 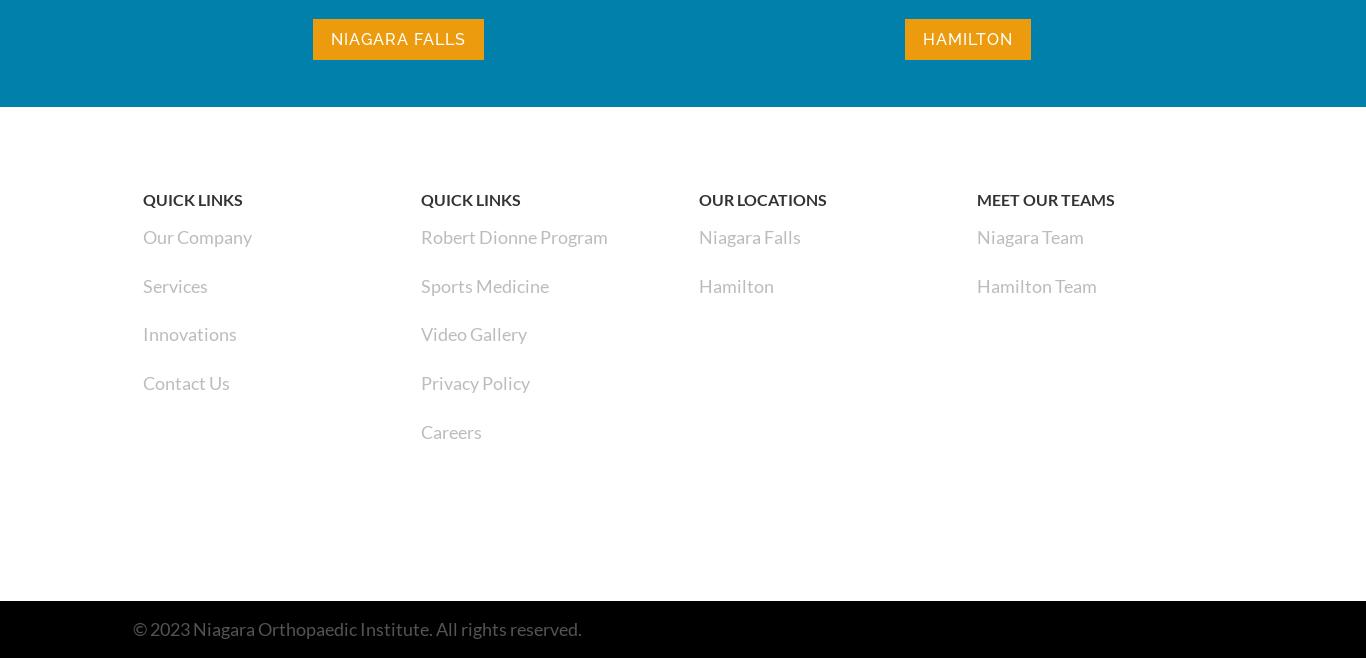 I want to click on 'Our Locations', so click(x=763, y=199).